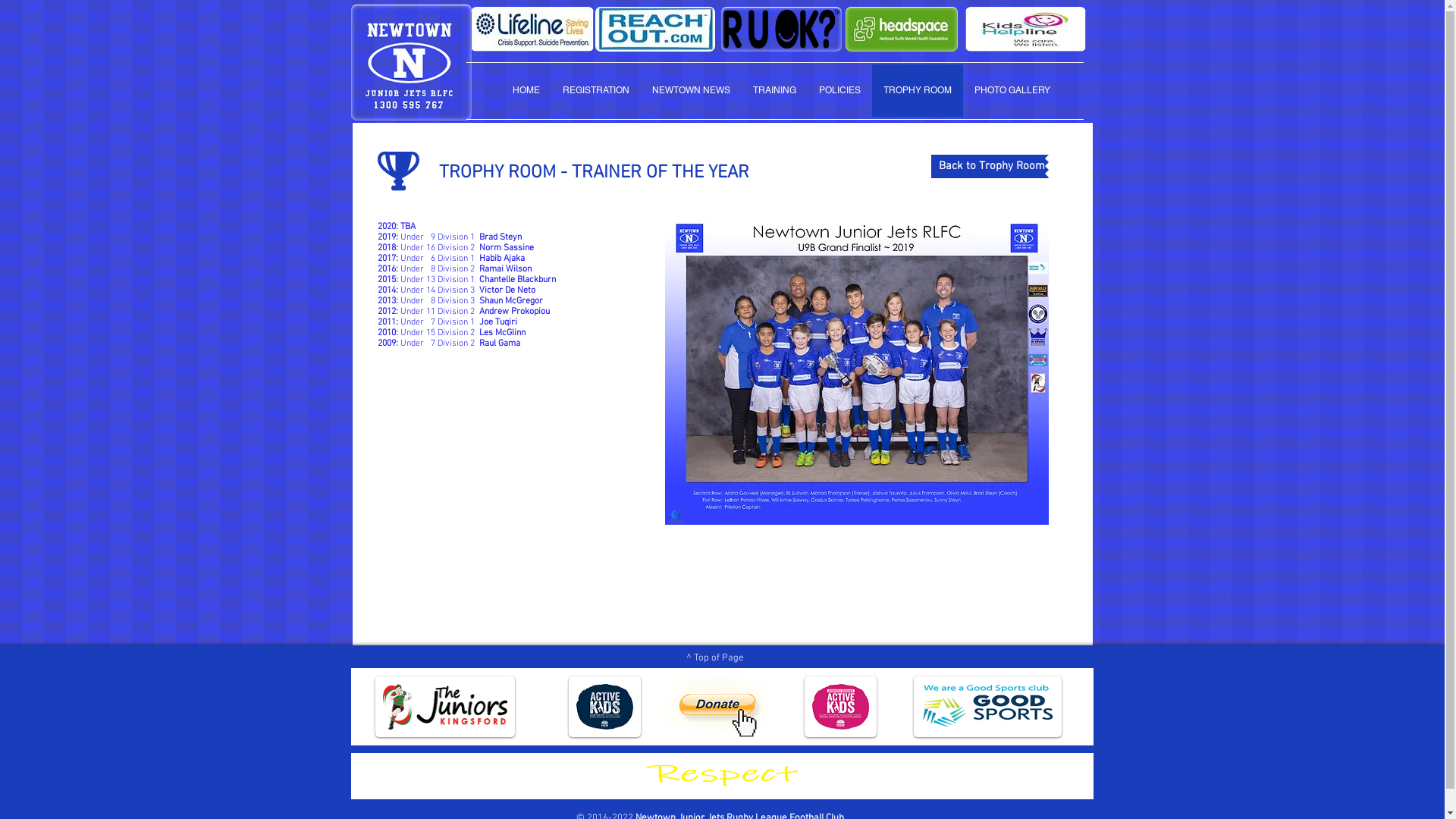 The width and height of the screenshot is (1456, 819). Describe the element at coordinates (654, 29) in the screenshot. I see `'reach-out.jpg'` at that location.